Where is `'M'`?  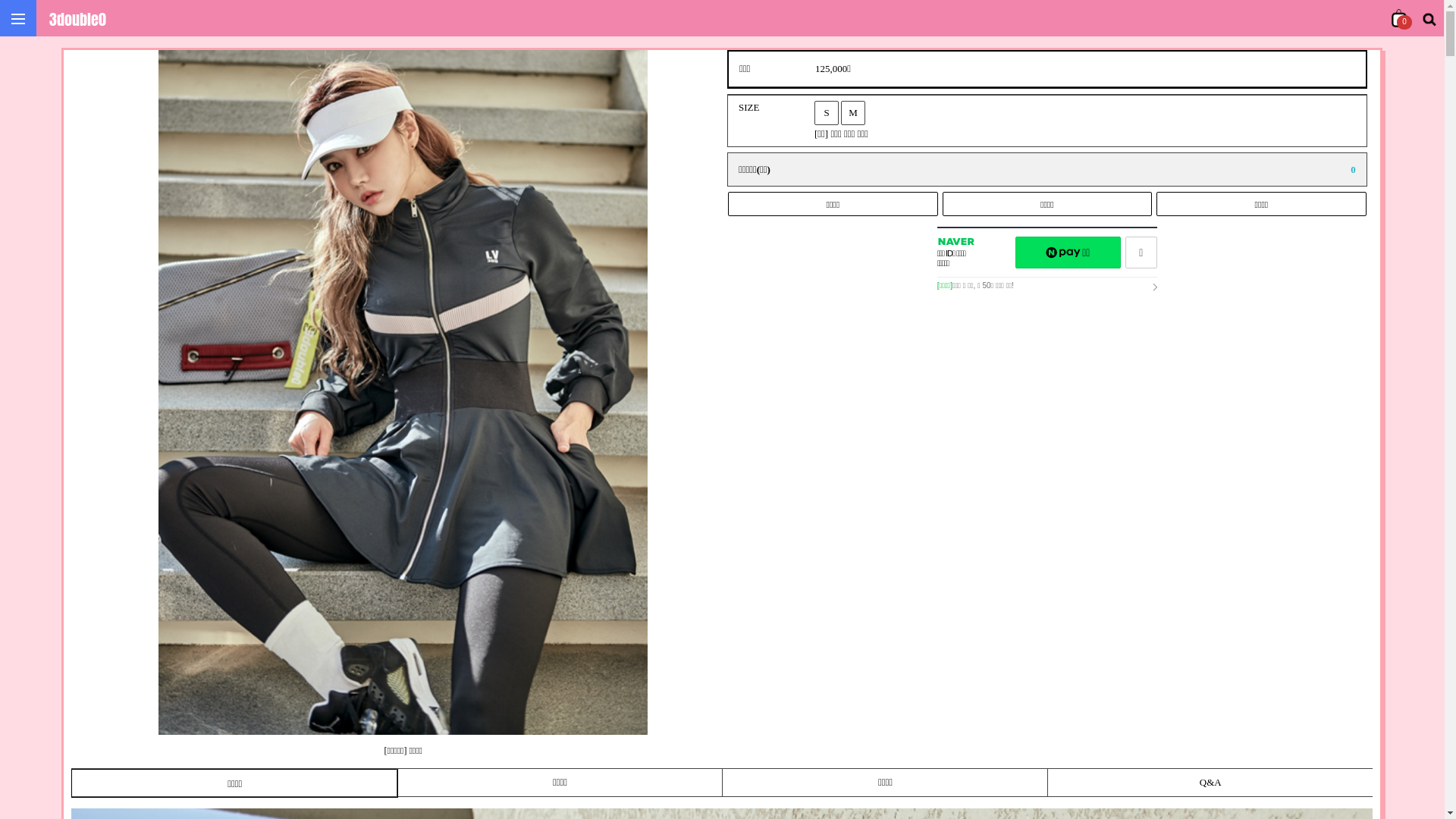
'M' is located at coordinates (840, 112).